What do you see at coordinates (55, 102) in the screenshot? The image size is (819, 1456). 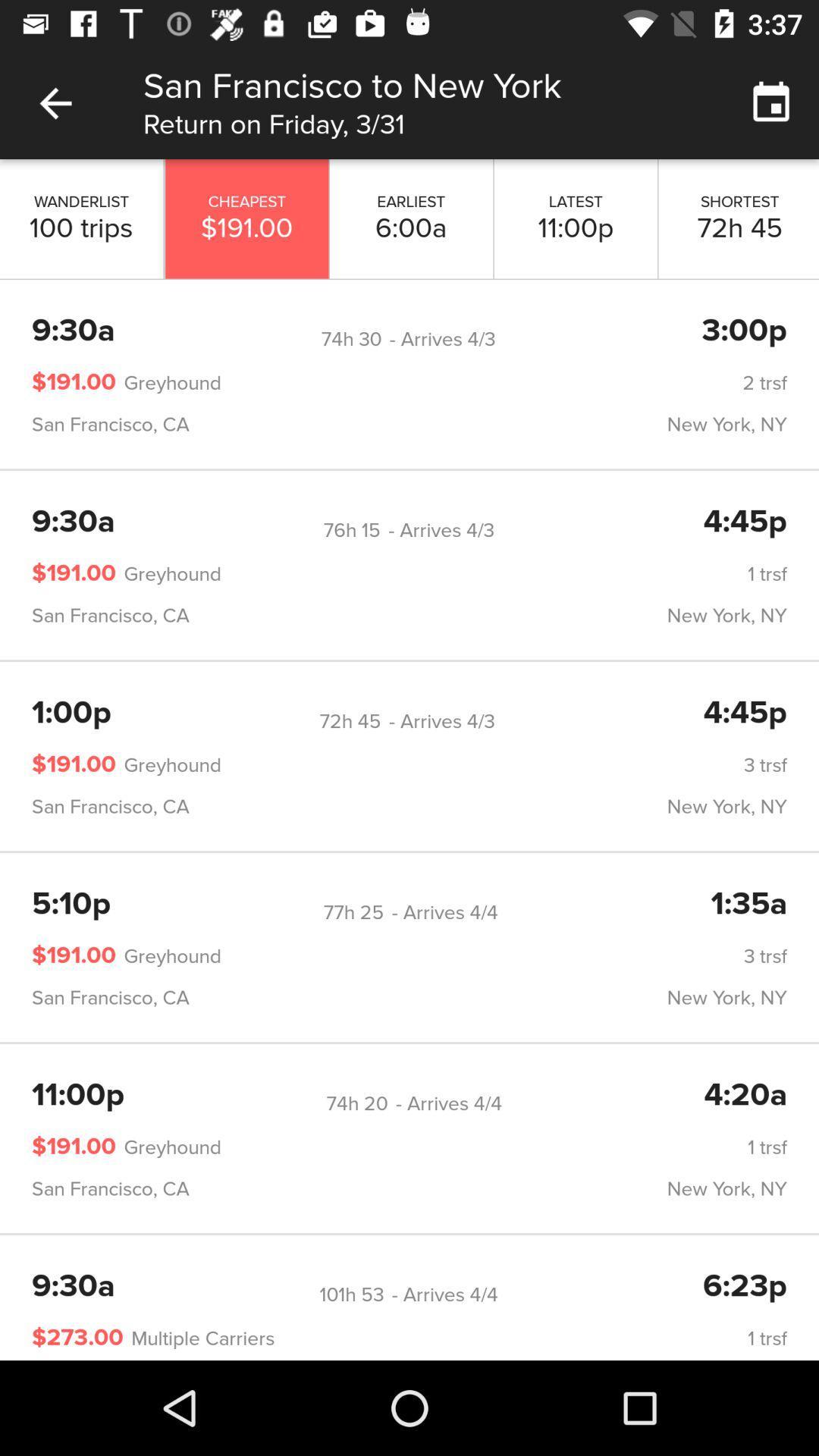 I see `go back` at bounding box center [55, 102].